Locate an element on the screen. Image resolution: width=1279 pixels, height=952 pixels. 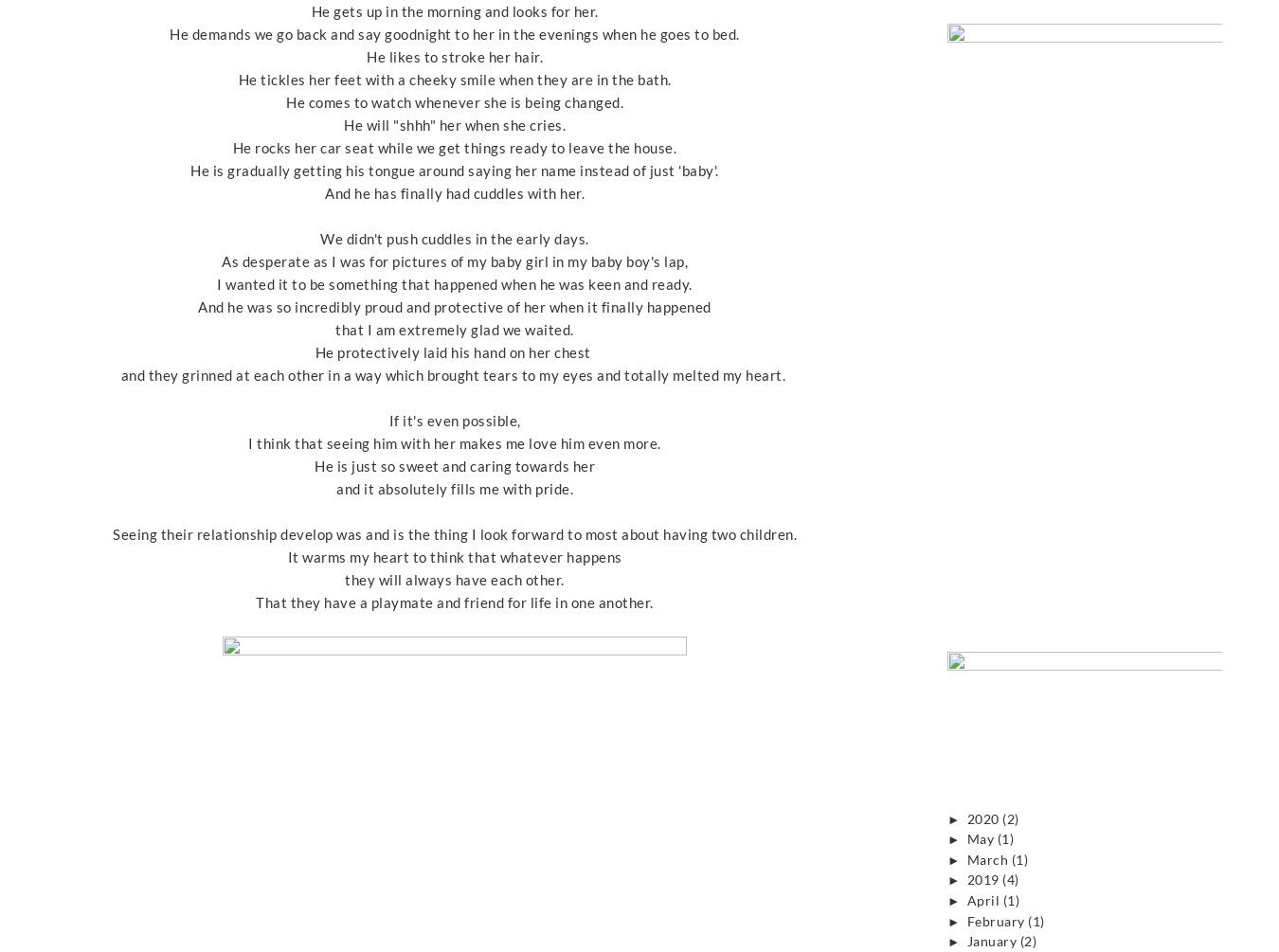
'2019' is located at coordinates (983, 879).